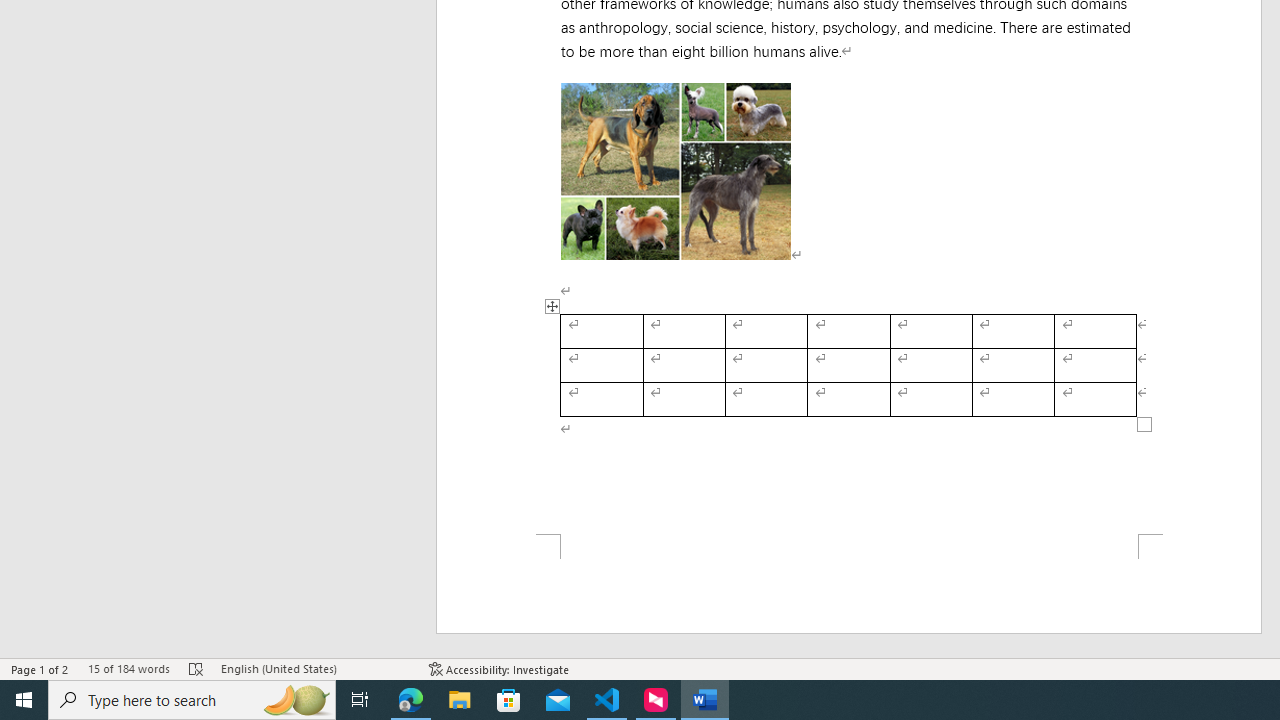 This screenshot has height=720, width=1280. What do you see at coordinates (314, 669) in the screenshot?
I see `'Language English (United States)'` at bounding box center [314, 669].